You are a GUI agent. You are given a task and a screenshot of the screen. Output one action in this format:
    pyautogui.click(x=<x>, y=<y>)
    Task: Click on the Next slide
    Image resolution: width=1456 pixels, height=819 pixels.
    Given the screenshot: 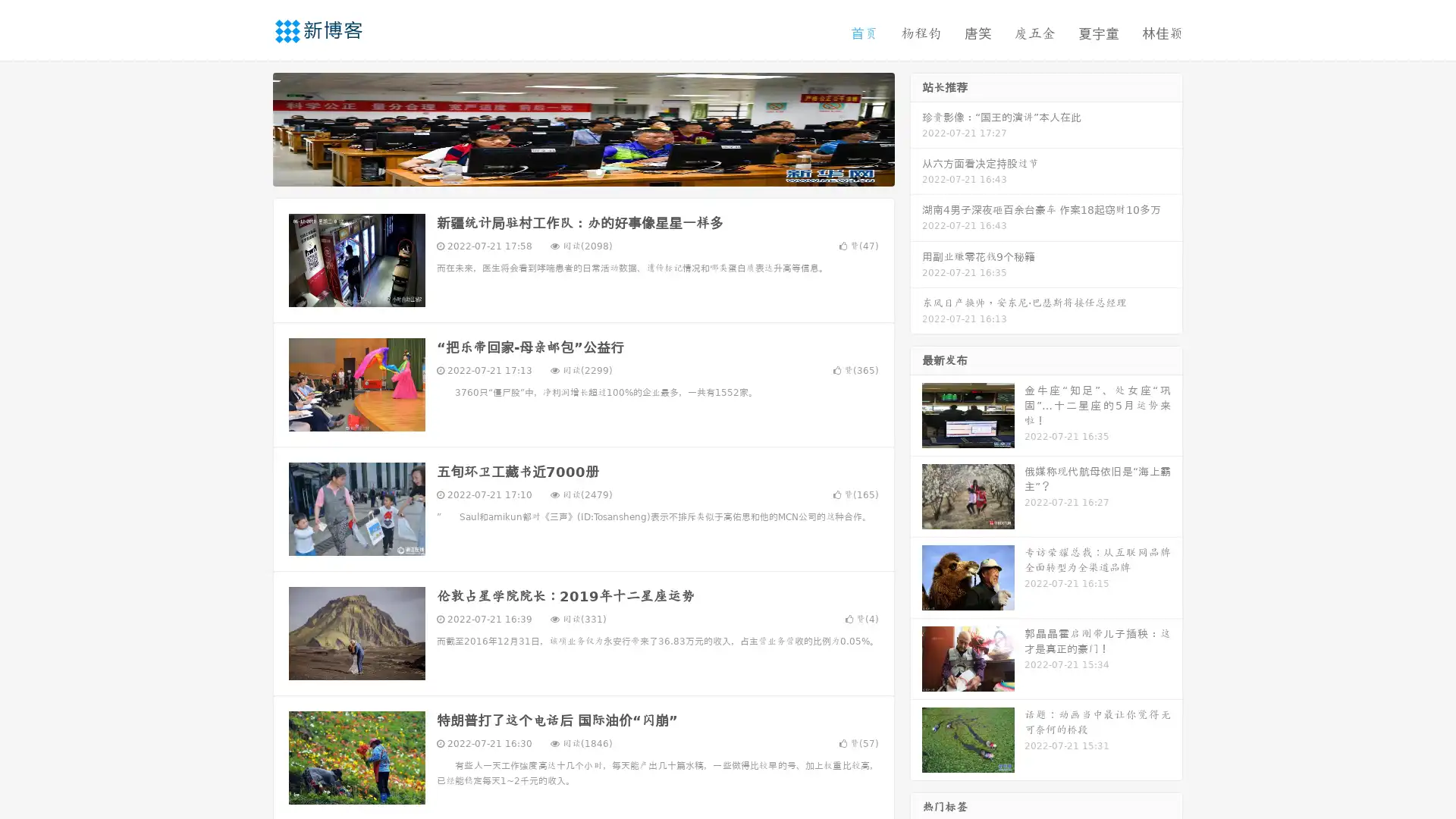 What is the action you would take?
    pyautogui.click(x=916, y=127)
    